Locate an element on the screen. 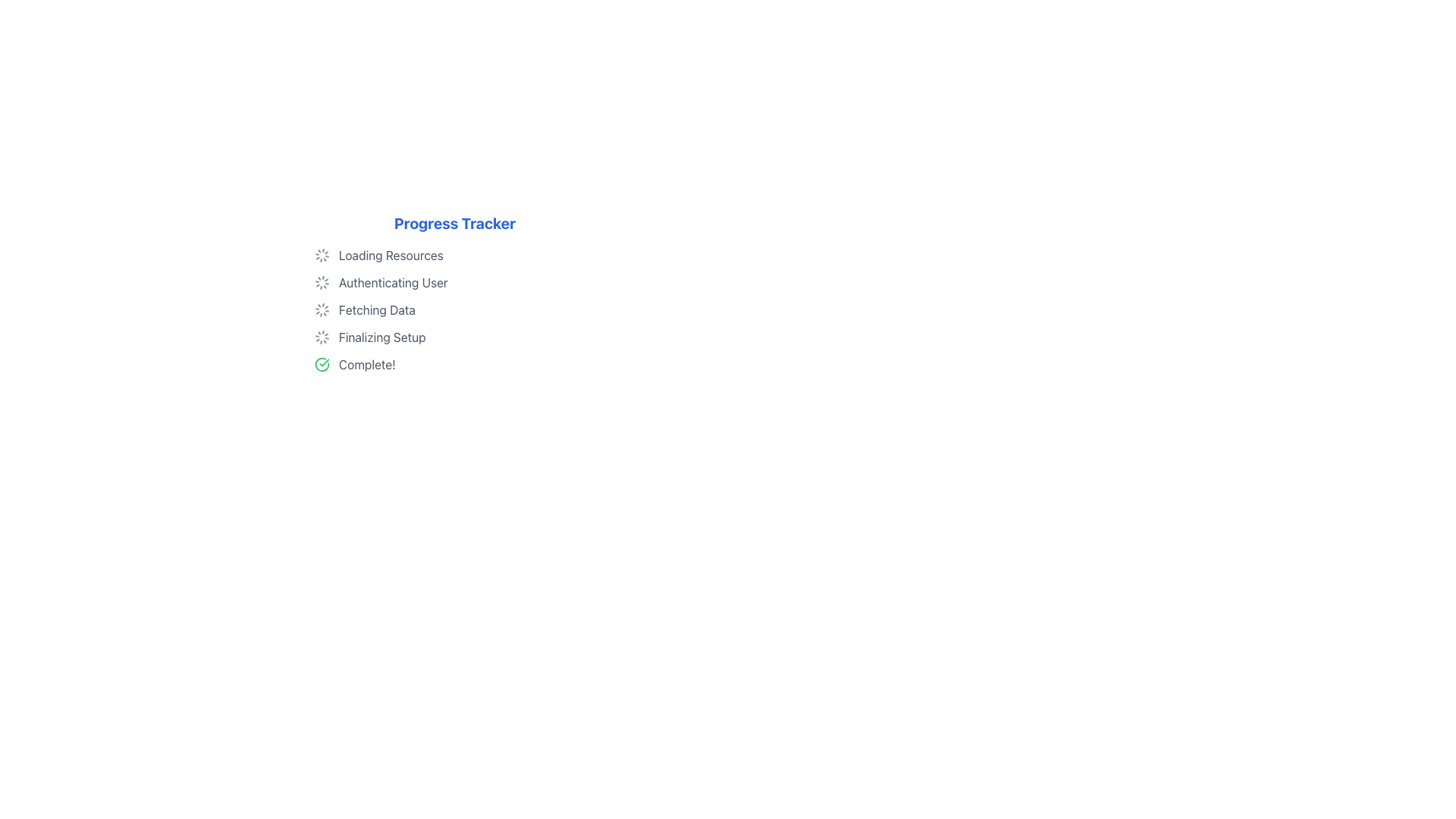 The height and width of the screenshot is (819, 1456). the completed status step indicator icon located to the left of the 'Complete!' label in the progress tracker is located at coordinates (322, 365).